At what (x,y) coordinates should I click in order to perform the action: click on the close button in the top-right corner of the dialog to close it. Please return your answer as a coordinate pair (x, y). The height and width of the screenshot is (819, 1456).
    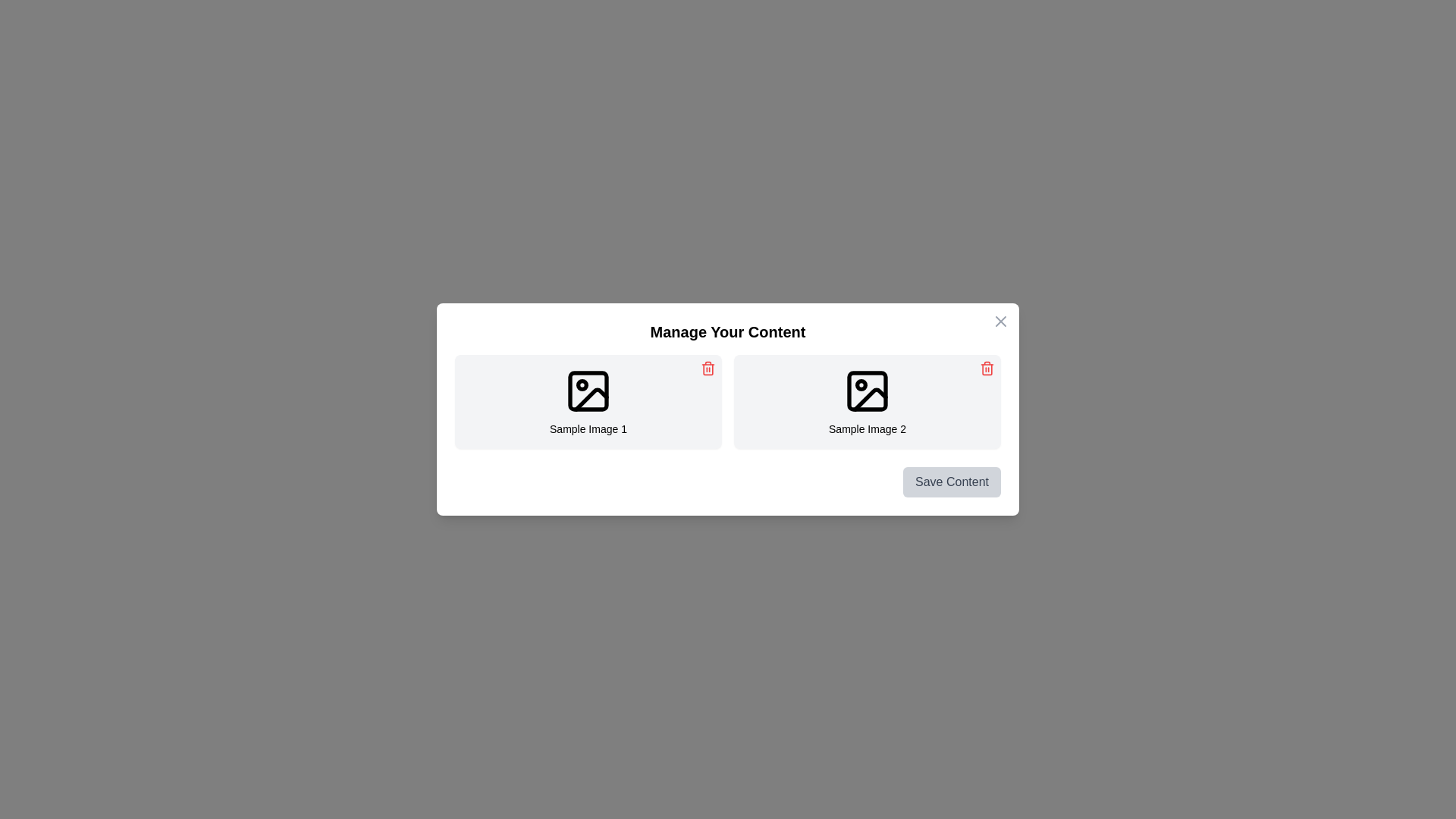
    Looking at the image, I should click on (1001, 321).